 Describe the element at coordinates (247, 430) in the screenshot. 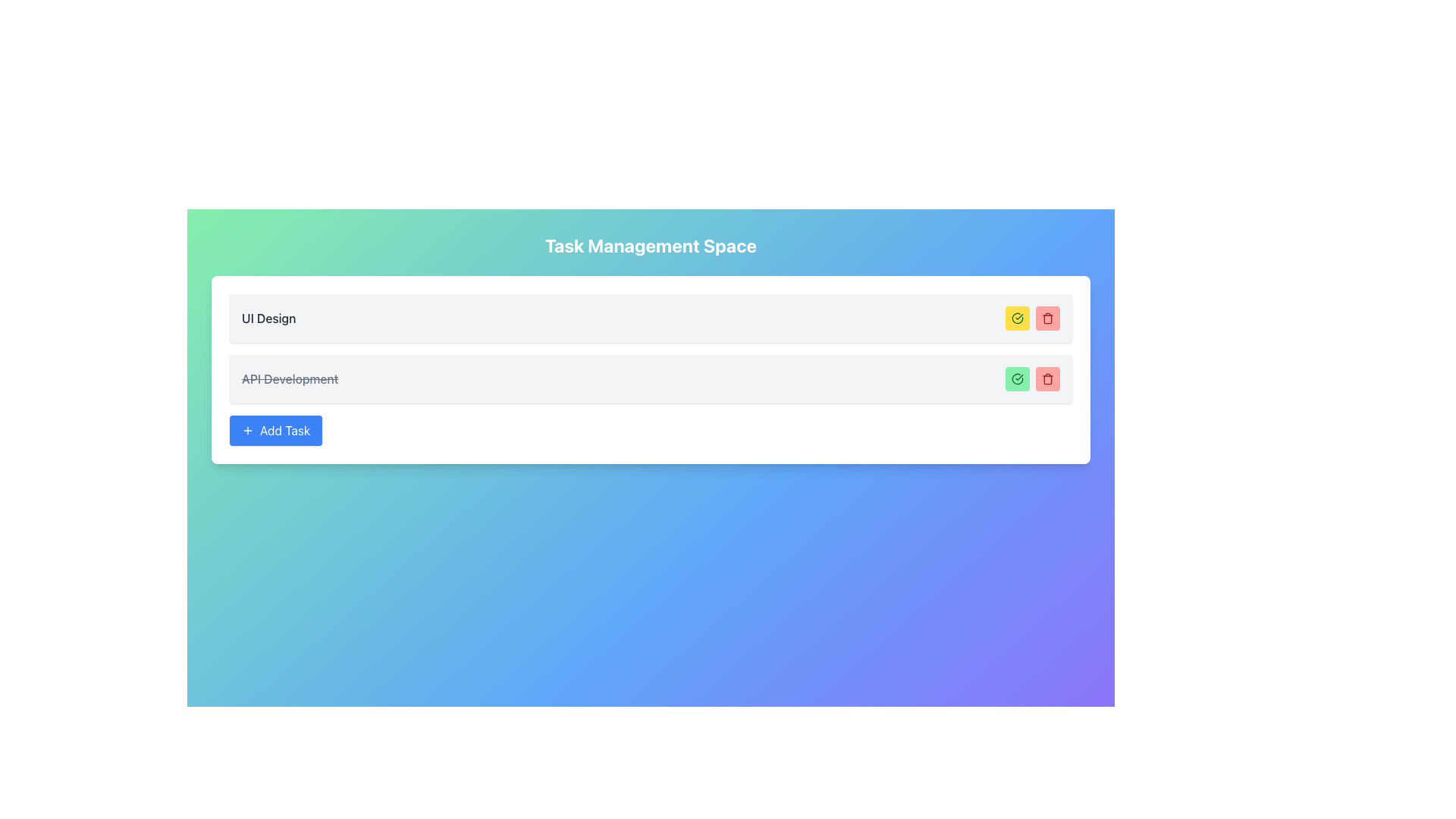

I see `the small plus icon located to the left of the 'Add Task' label in the button` at that location.